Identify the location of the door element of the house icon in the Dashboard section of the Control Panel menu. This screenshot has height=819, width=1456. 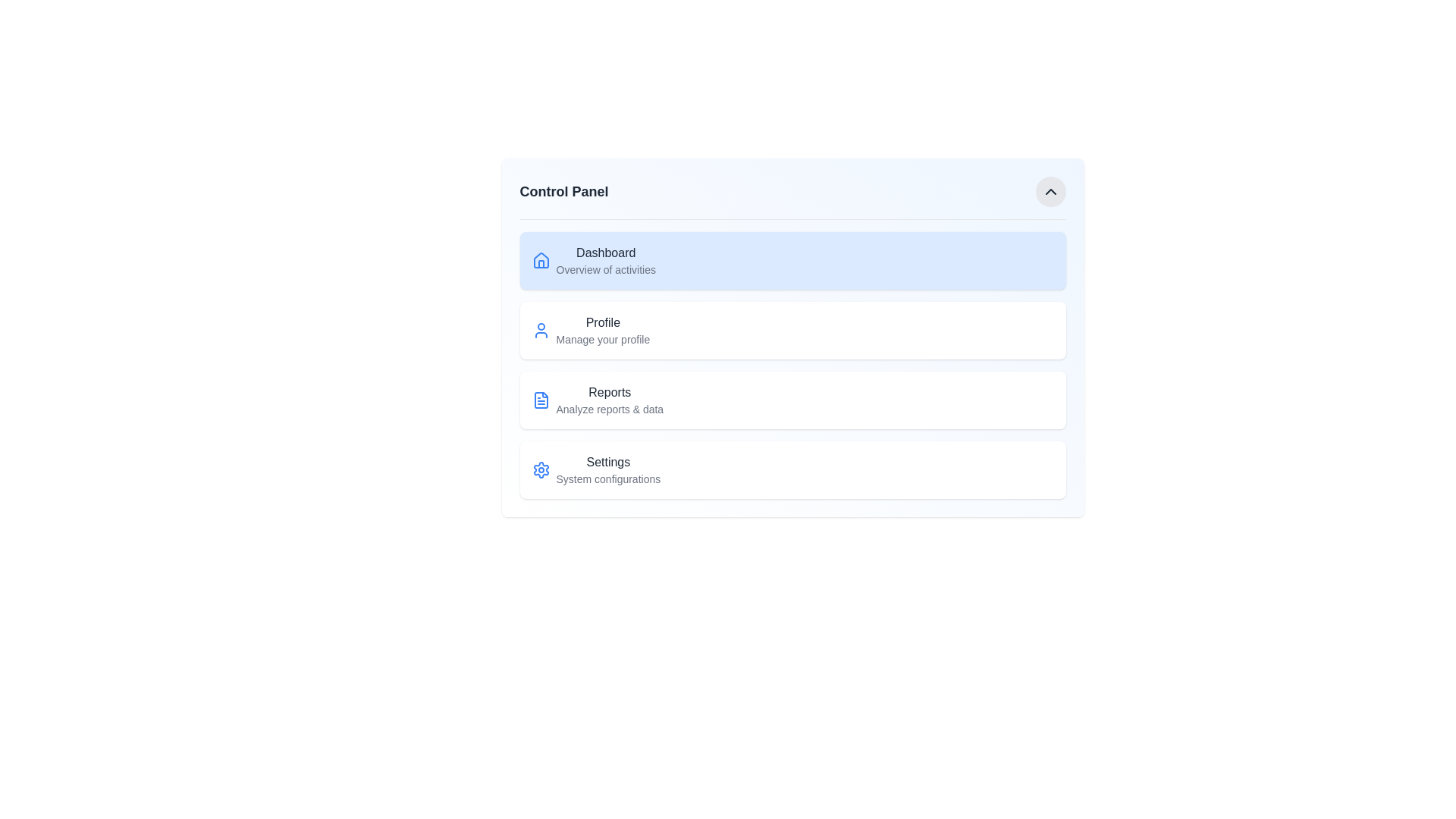
(541, 263).